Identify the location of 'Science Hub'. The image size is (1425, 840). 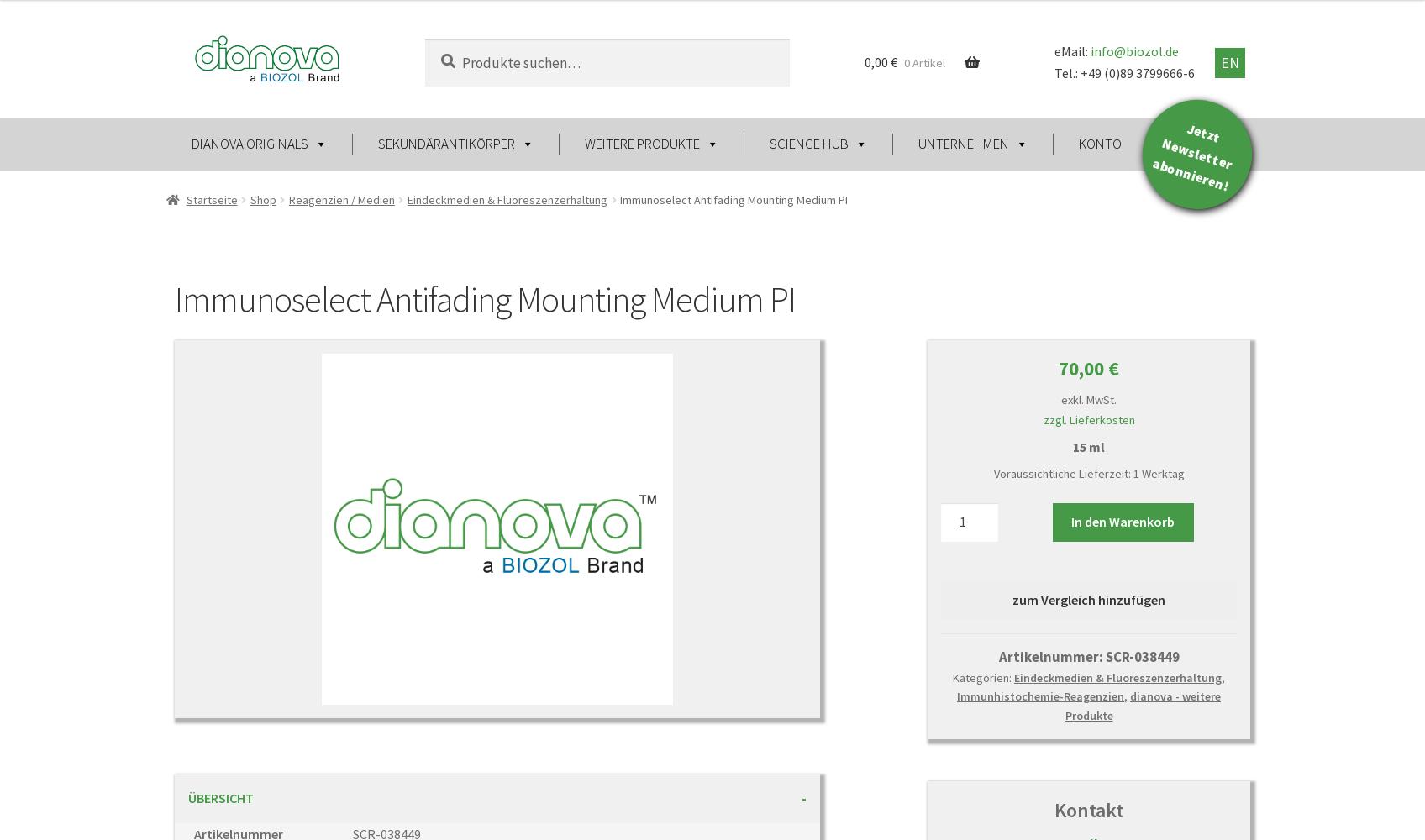
(807, 144).